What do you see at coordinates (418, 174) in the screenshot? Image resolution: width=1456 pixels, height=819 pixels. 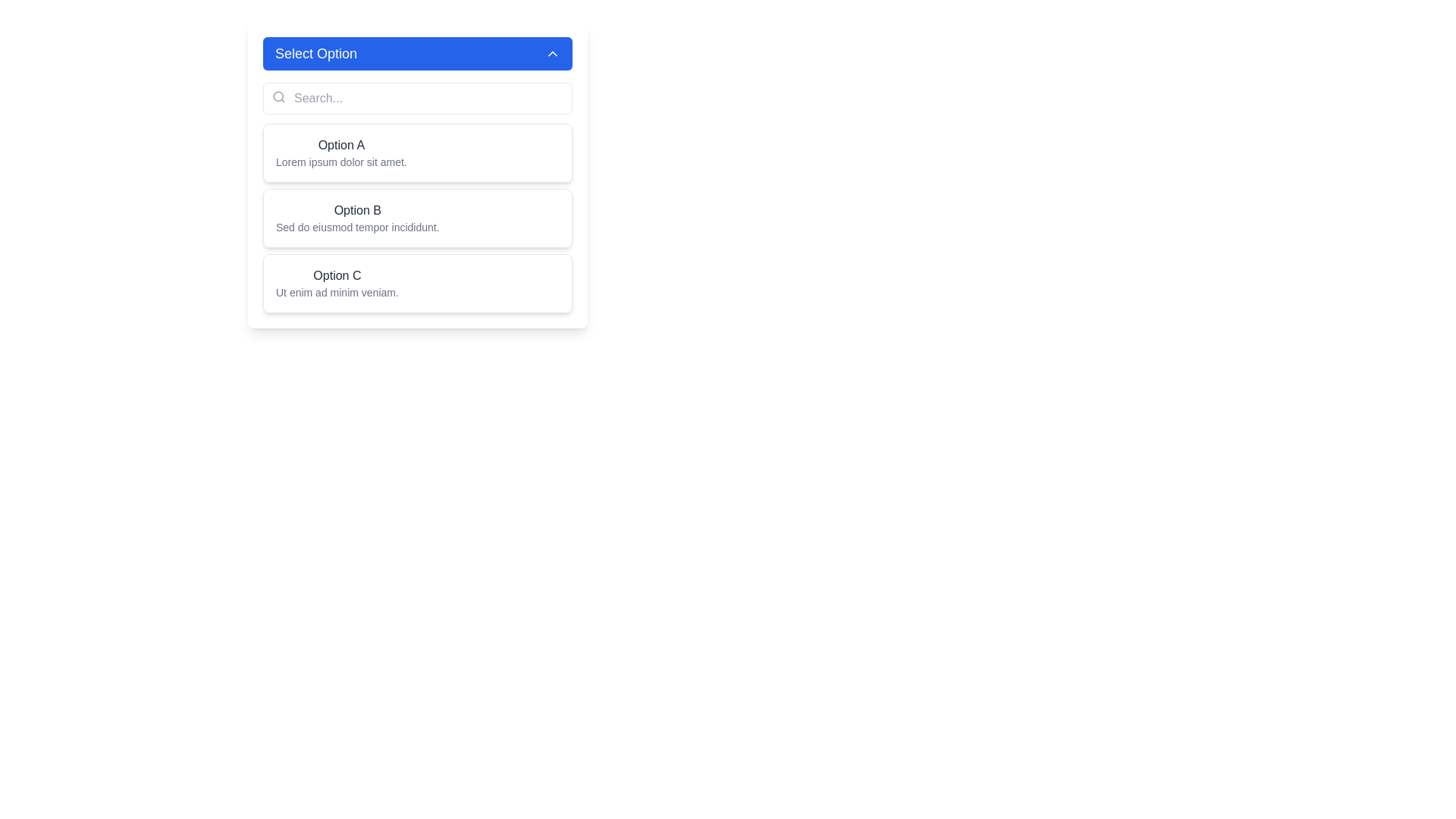 I see `the first selectable option in the list, which consists of a bold title and a short description, positioned below the search bar` at bounding box center [418, 174].